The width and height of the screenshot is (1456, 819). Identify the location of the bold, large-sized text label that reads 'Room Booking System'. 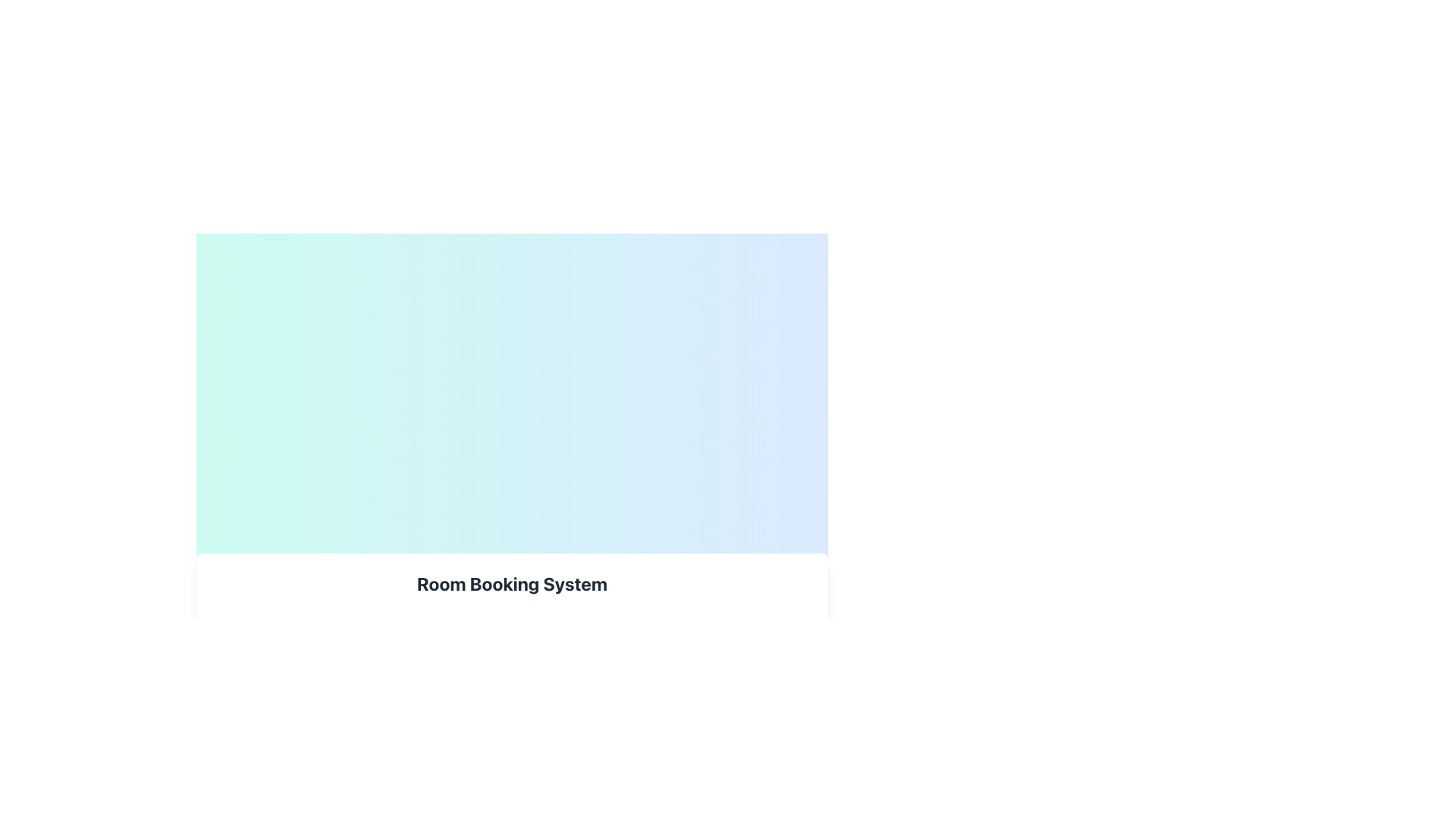
(512, 583).